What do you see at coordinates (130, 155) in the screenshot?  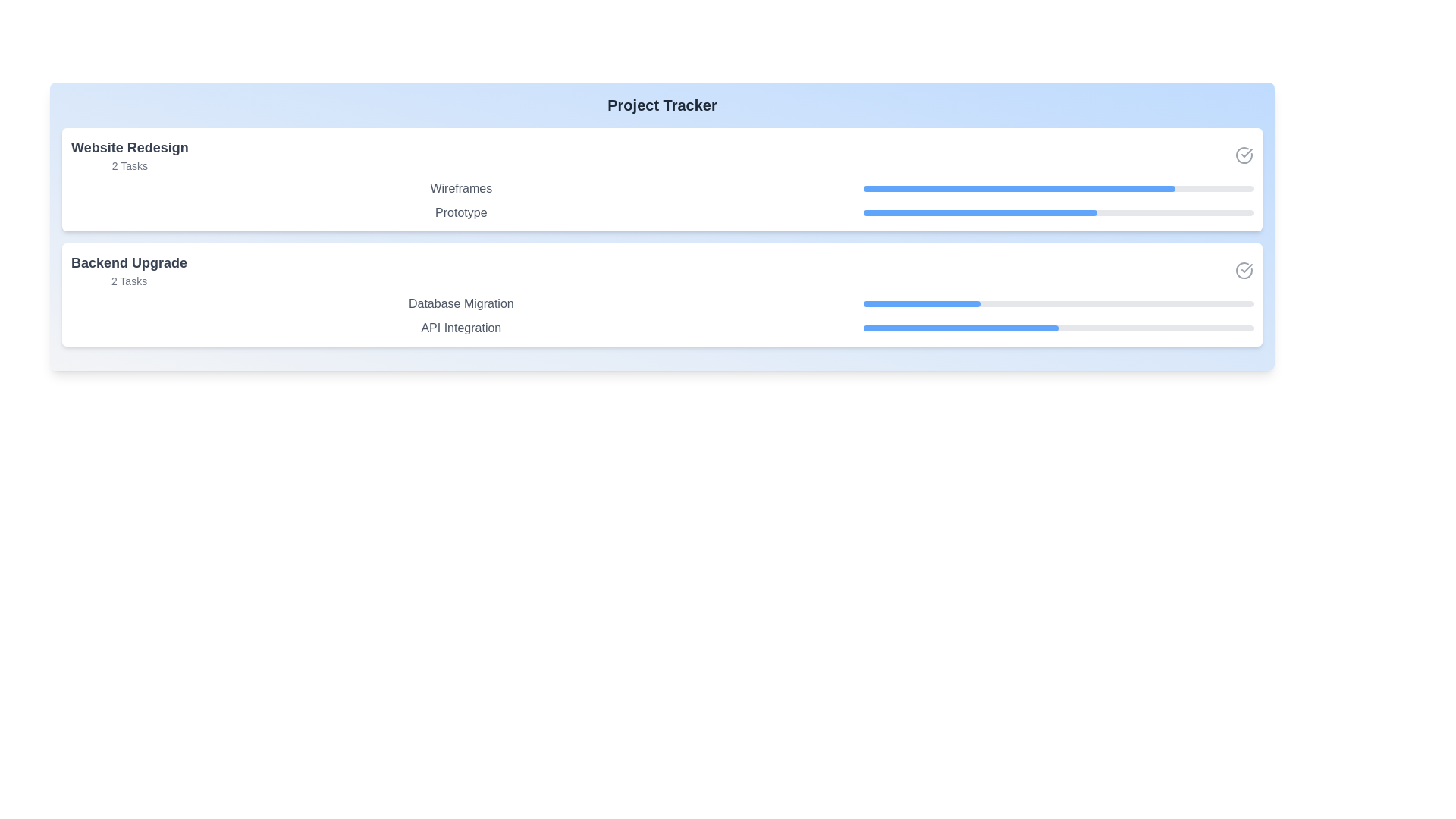 I see `the Text Label displaying information about the project 'Website Redesign' located in the top-left corner of the first card in the vertically stacked list of cards` at bounding box center [130, 155].